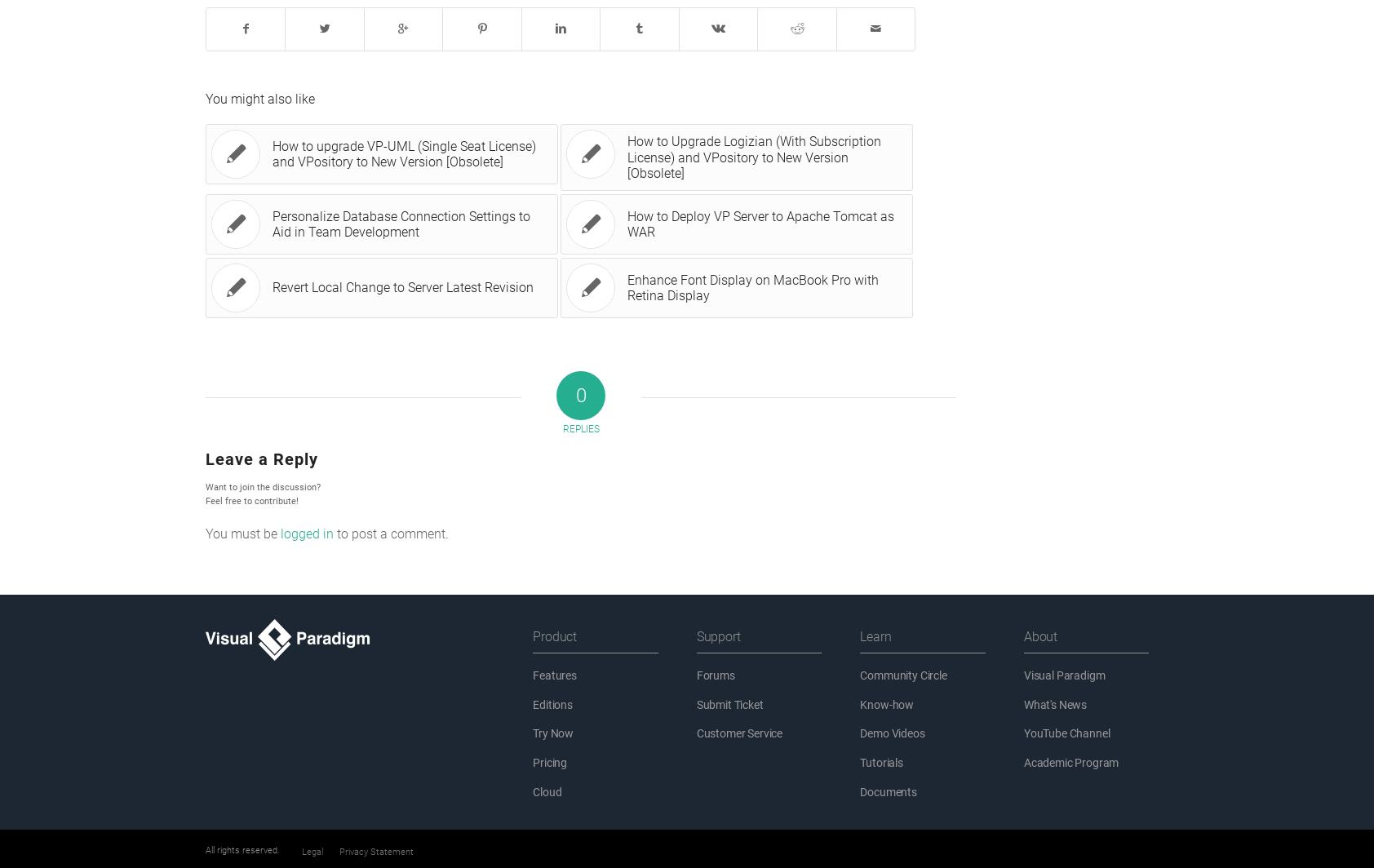  Describe the element at coordinates (1070, 763) in the screenshot. I see `'Academic Program'` at that location.